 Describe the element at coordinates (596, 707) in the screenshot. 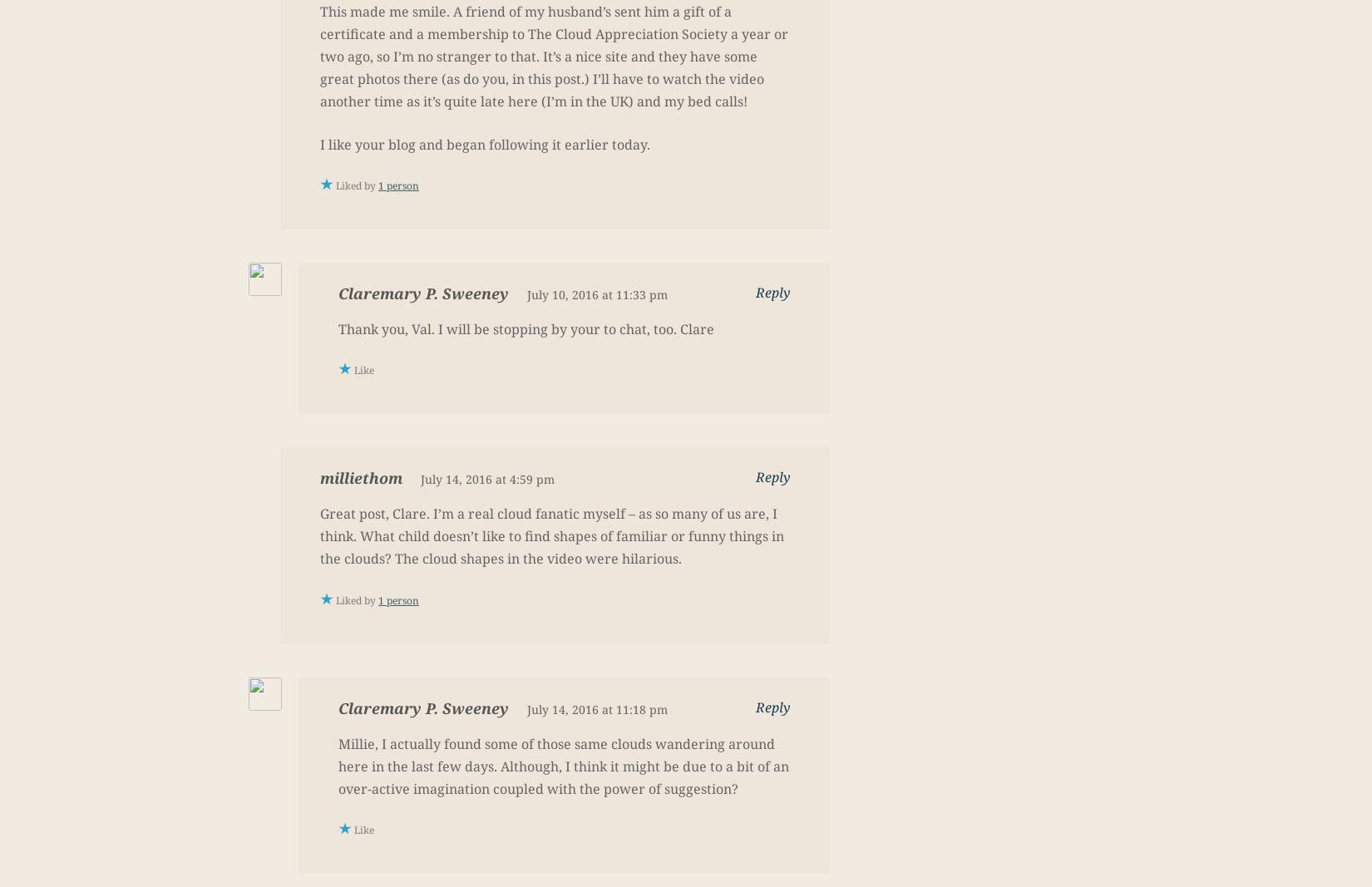

I see `'July 14, 2016 at 11:18 pm'` at that location.